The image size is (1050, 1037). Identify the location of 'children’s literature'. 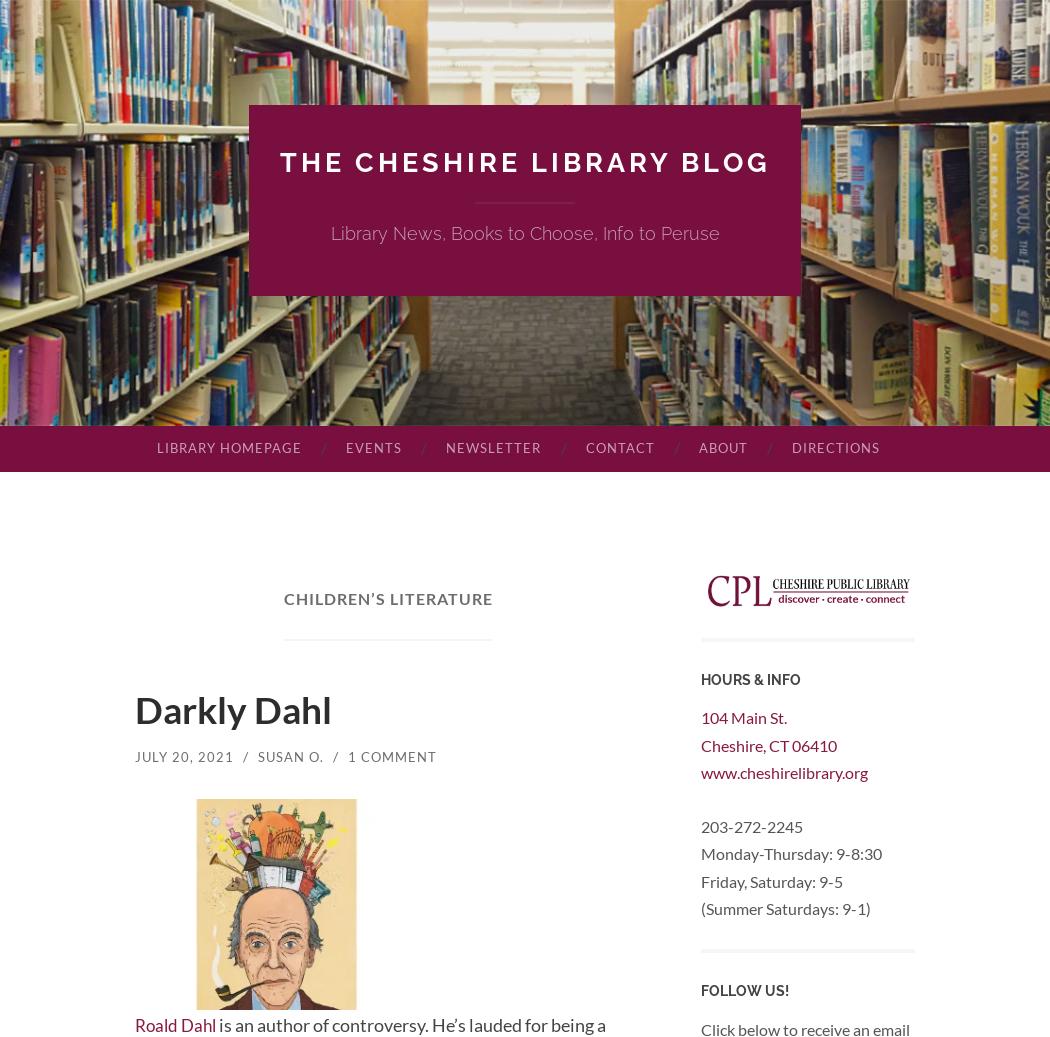
(388, 598).